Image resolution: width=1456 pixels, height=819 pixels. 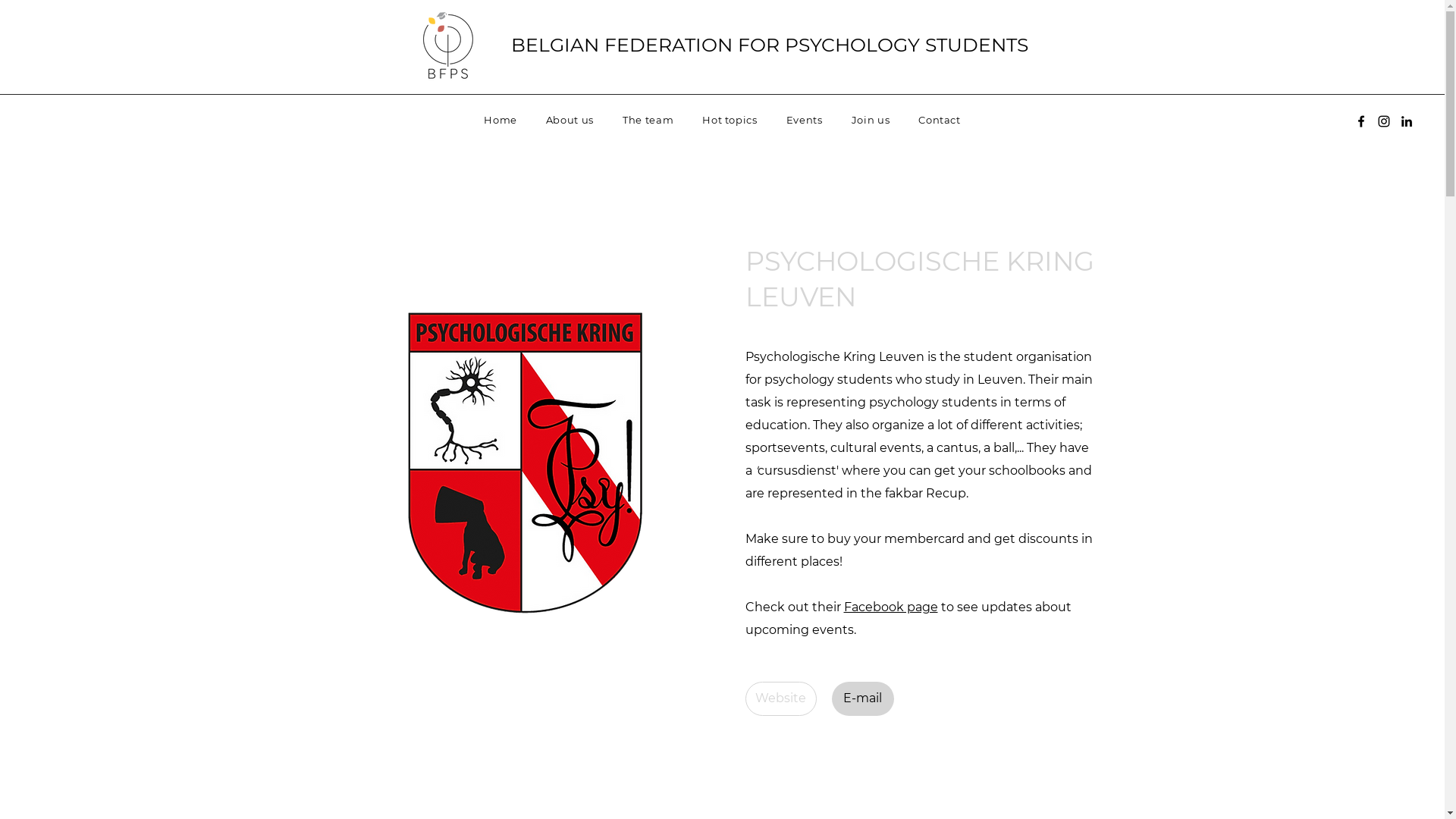 What do you see at coordinates (780, 698) in the screenshot?
I see `'Website'` at bounding box center [780, 698].